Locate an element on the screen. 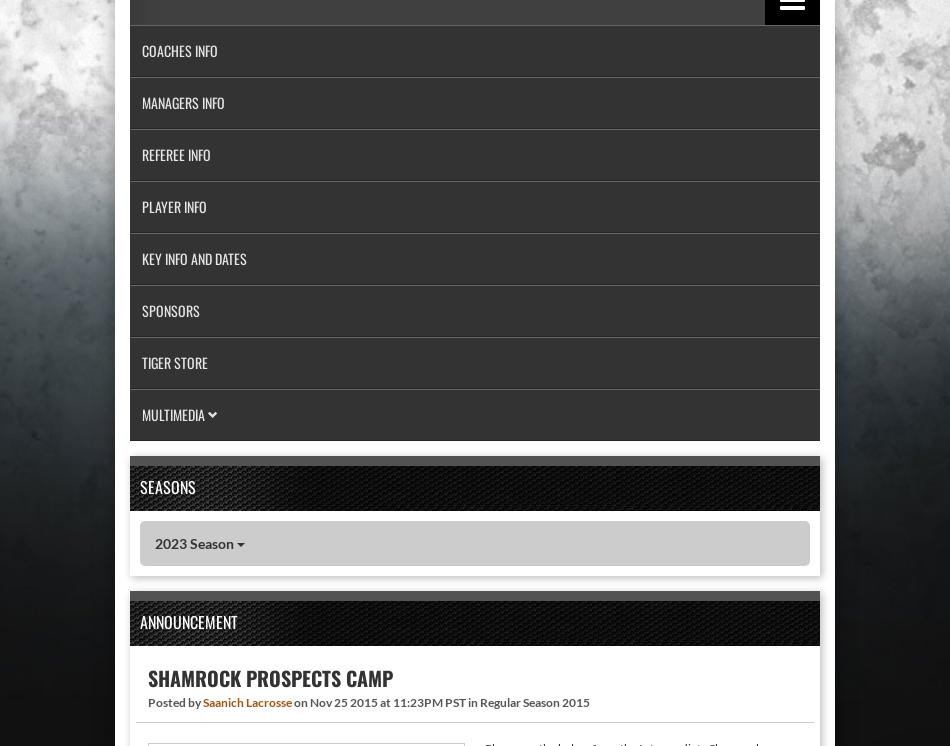 Image resolution: width=950 pixels, height=746 pixels. '2023 Season' is located at coordinates (155, 543).